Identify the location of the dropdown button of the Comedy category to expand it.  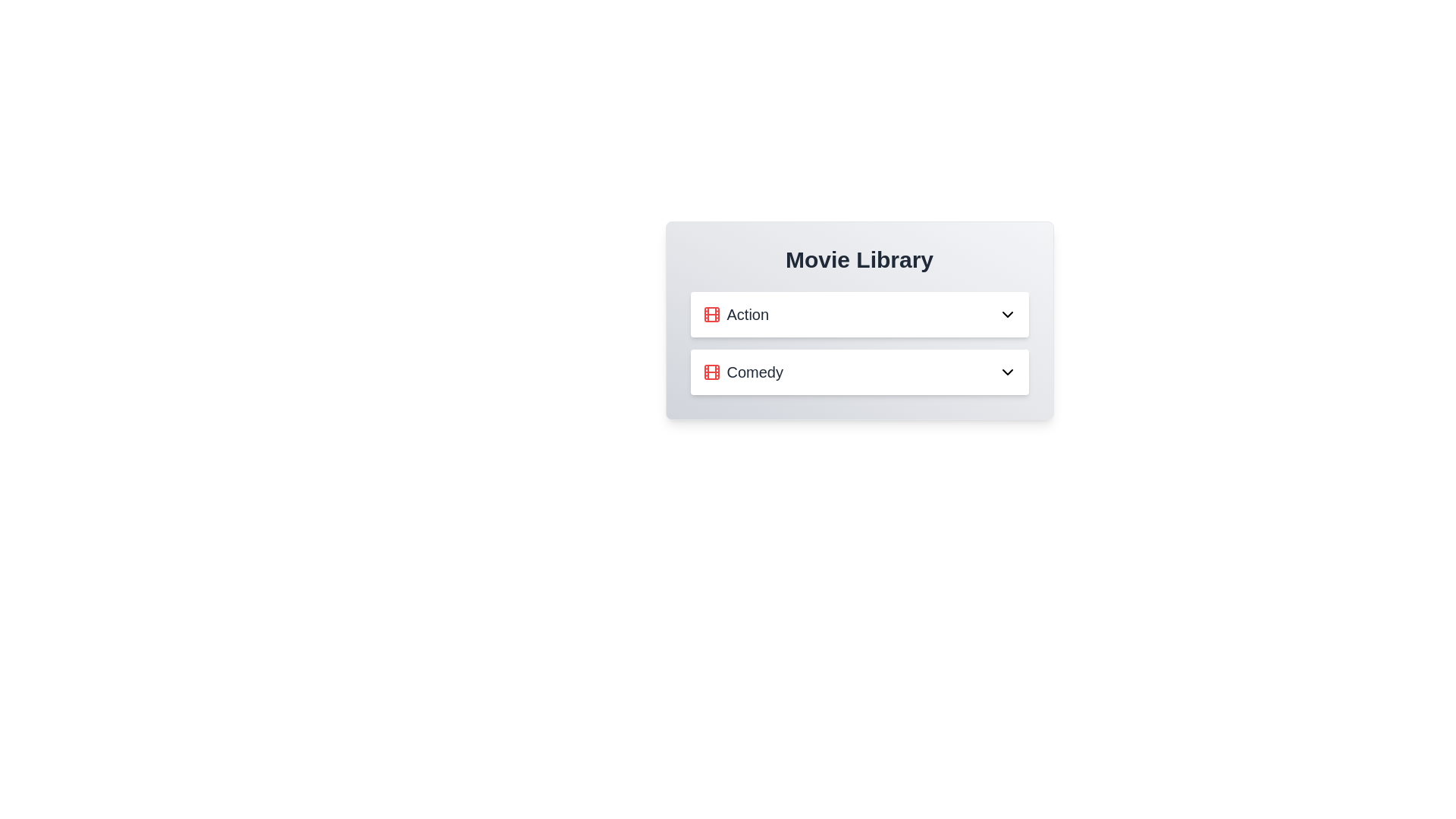
(1007, 372).